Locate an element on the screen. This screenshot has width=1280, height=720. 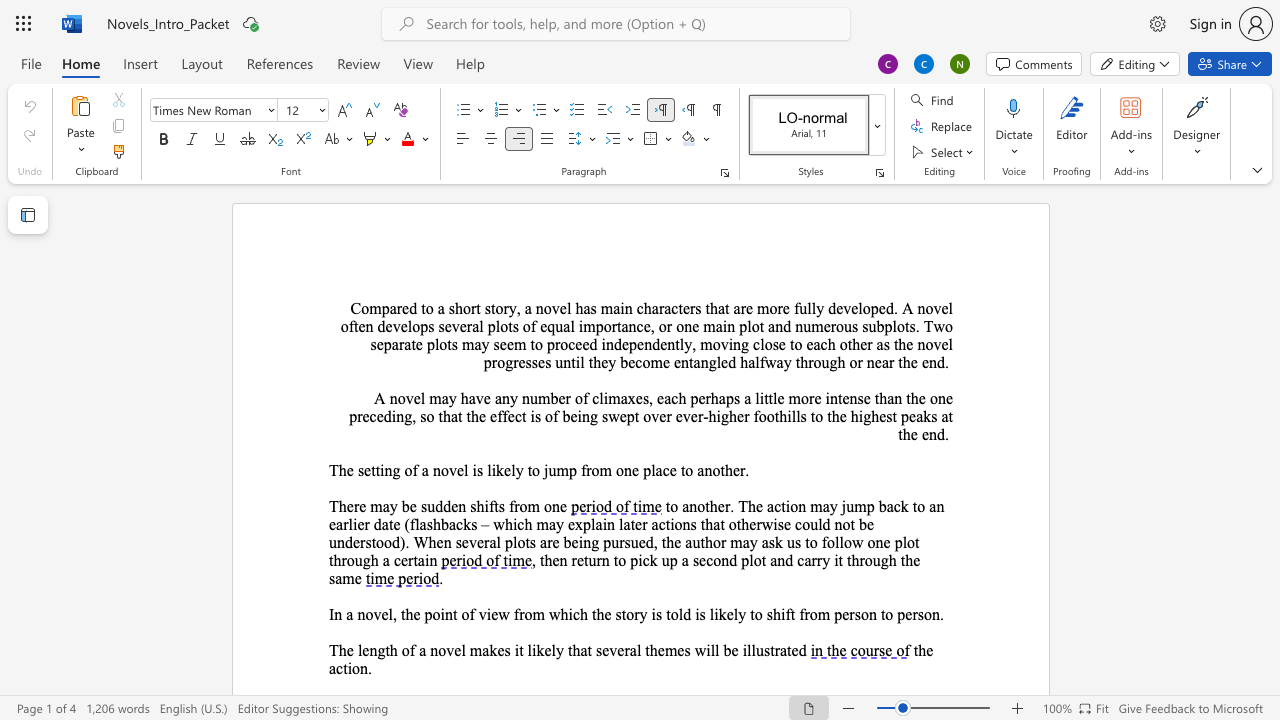
the 2th character "o" in the text is located at coordinates (577, 398).